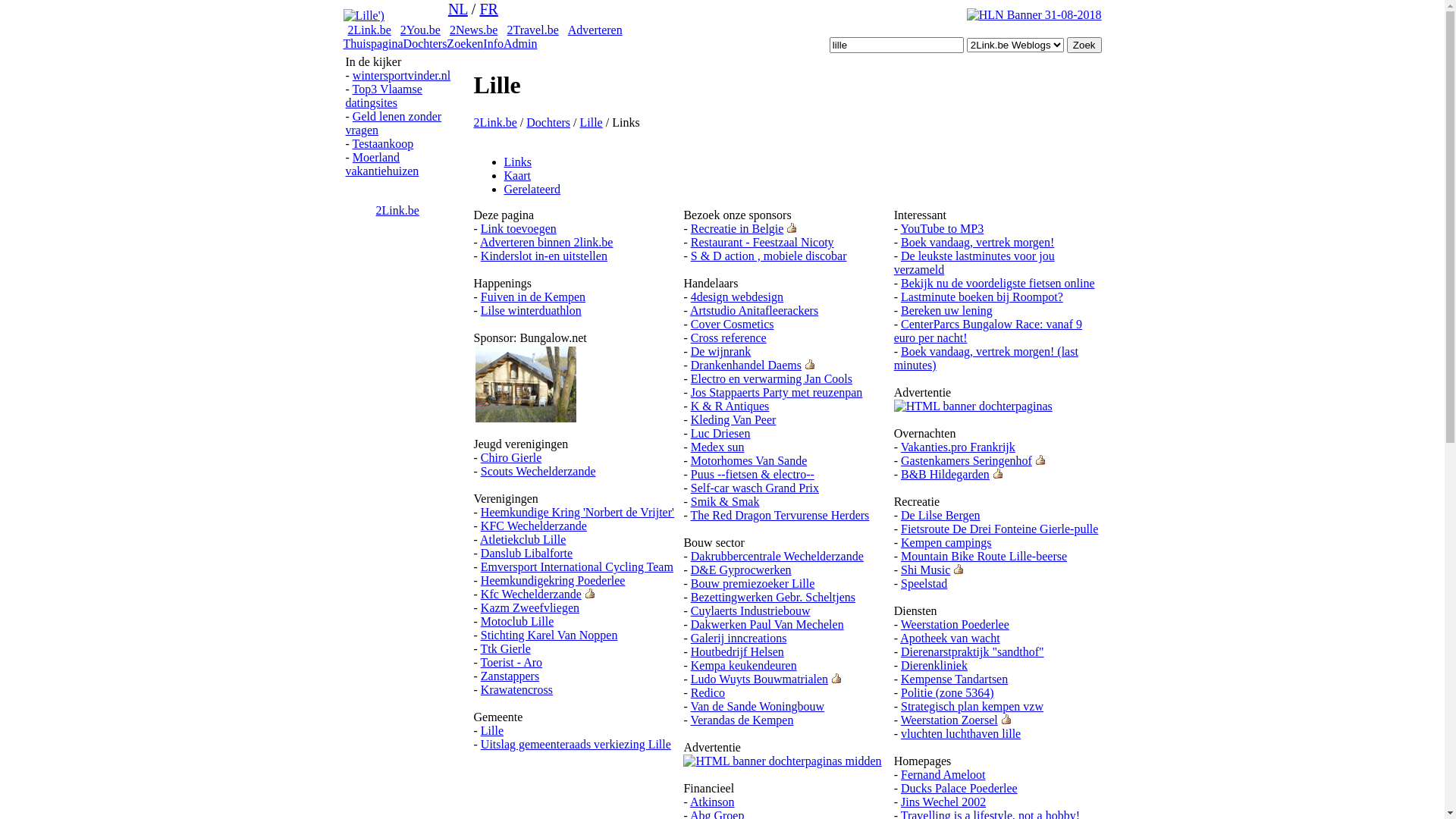 The width and height of the screenshot is (1456, 819). Describe the element at coordinates (479, 553) in the screenshot. I see `'Danslub Libalforte'` at that location.